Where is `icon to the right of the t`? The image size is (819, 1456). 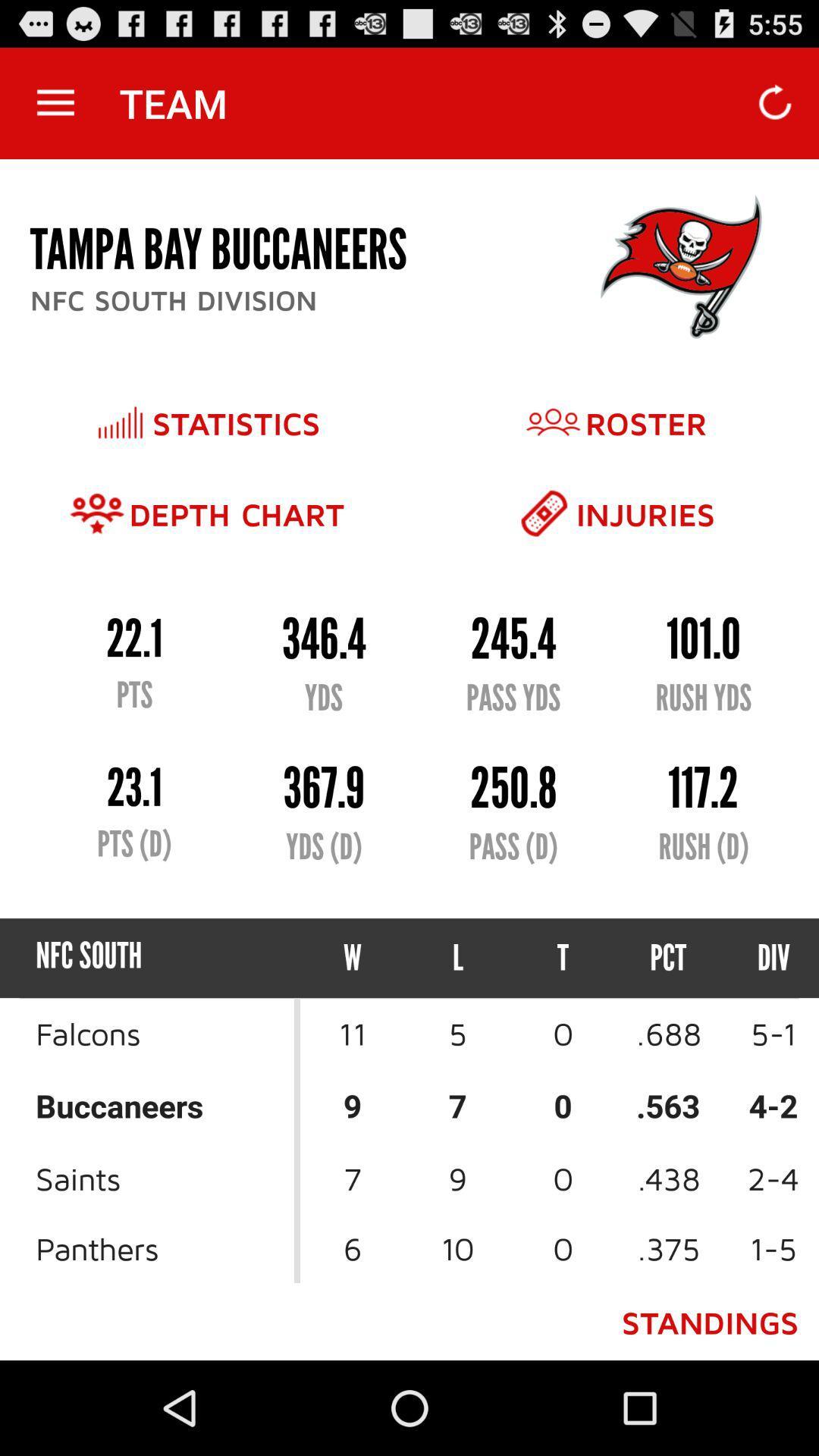 icon to the right of the t is located at coordinates (667, 957).